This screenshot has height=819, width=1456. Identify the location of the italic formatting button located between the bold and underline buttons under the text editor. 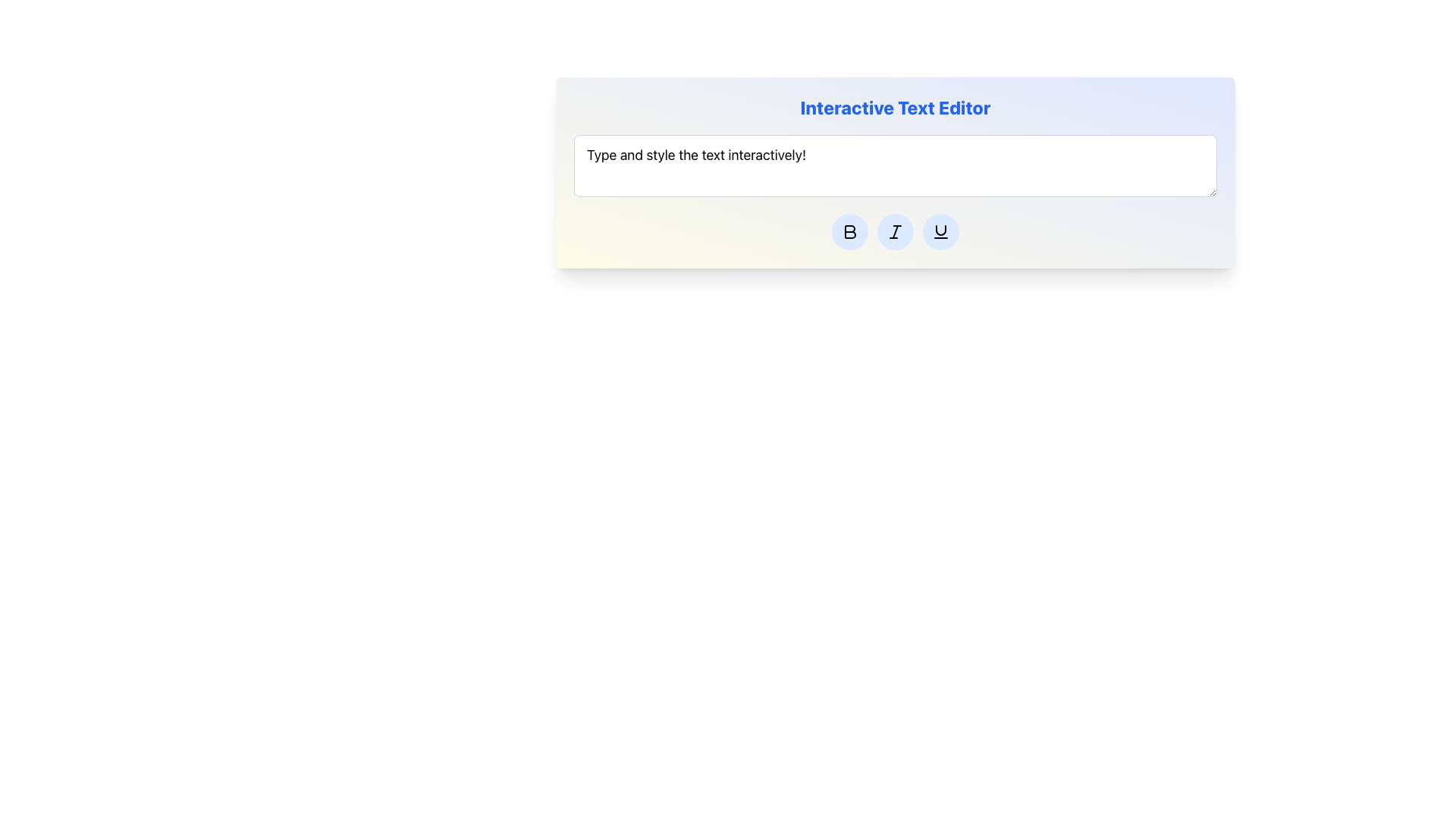
(895, 231).